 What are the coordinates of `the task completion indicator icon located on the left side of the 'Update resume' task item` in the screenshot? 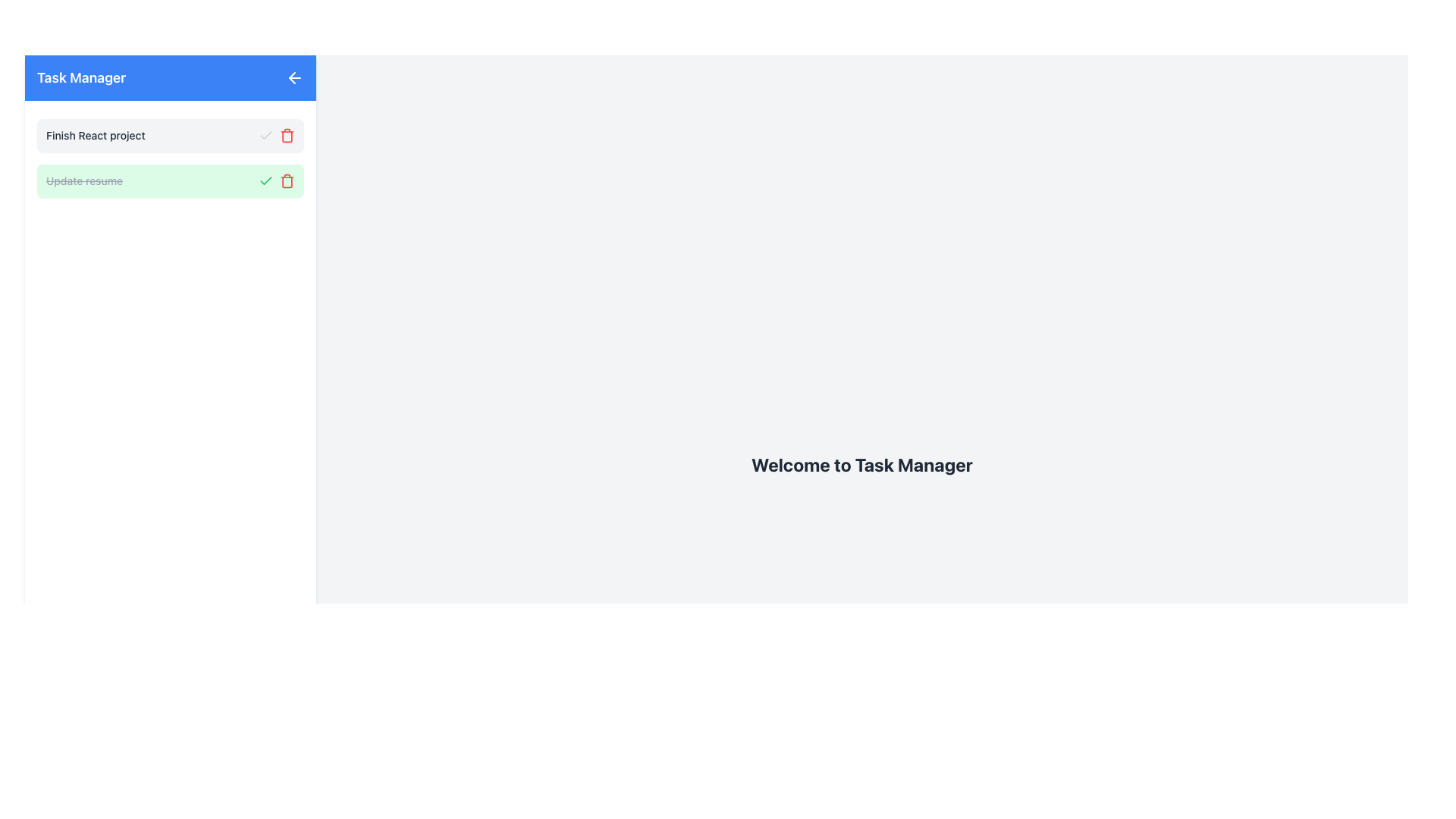 It's located at (265, 180).